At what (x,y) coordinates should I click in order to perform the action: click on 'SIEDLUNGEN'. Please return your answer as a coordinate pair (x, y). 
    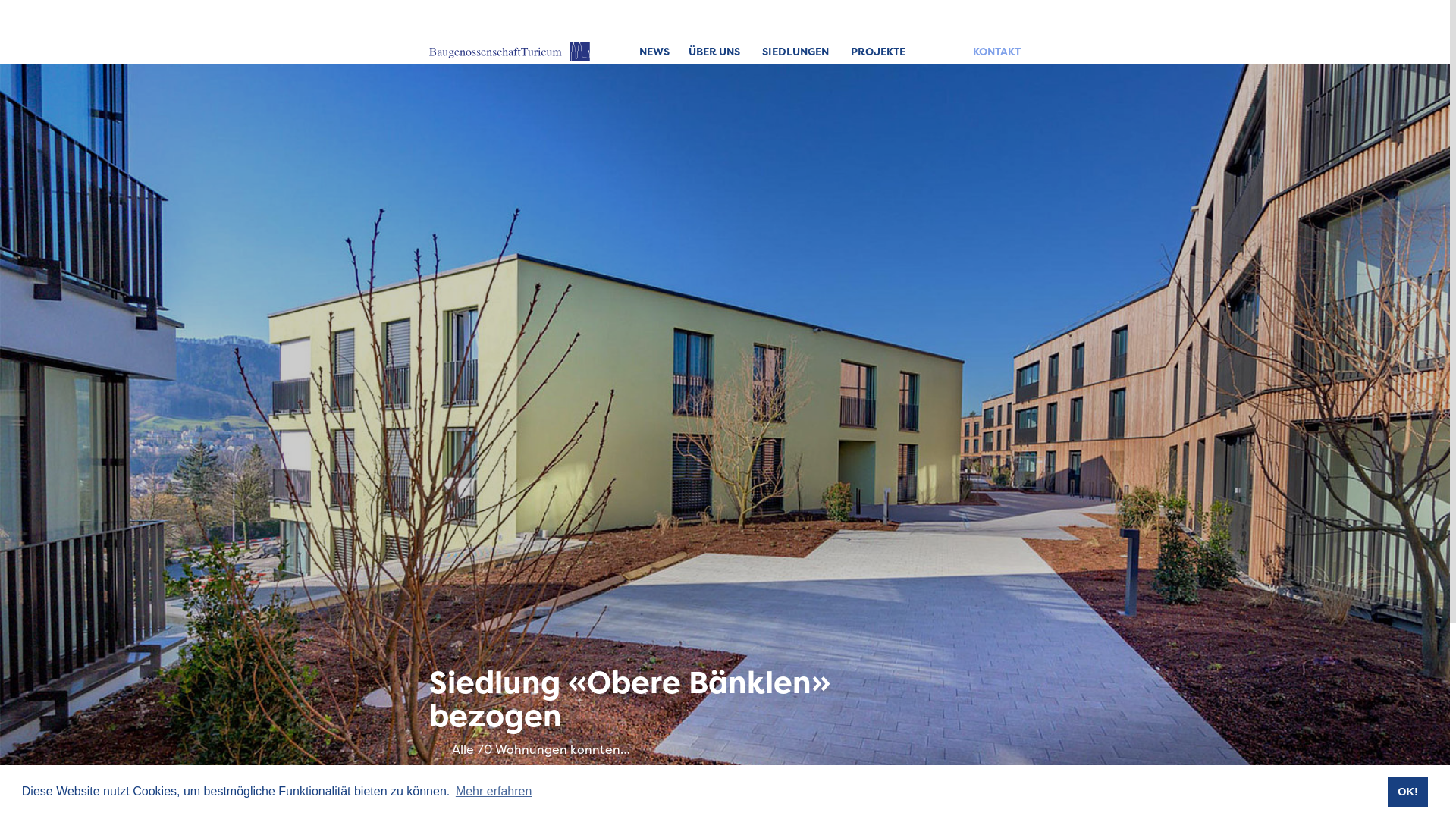
    Looking at the image, I should click on (795, 51).